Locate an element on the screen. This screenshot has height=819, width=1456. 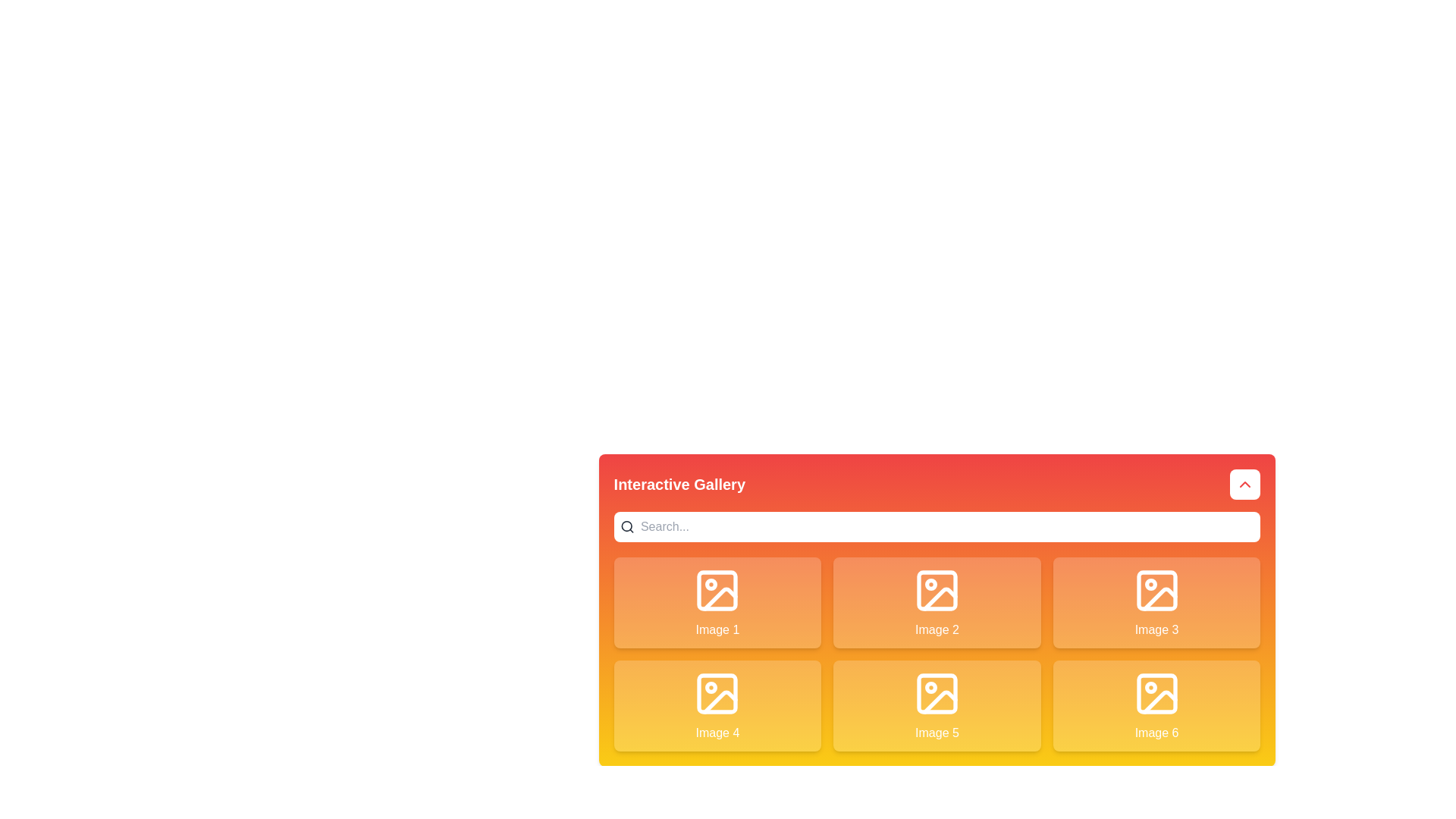
the SVG icon styled as an image placeholder, which has a square outline with rounded corners and is located within the grid item labeled 'Image 1' is located at coordinates (717, 590).